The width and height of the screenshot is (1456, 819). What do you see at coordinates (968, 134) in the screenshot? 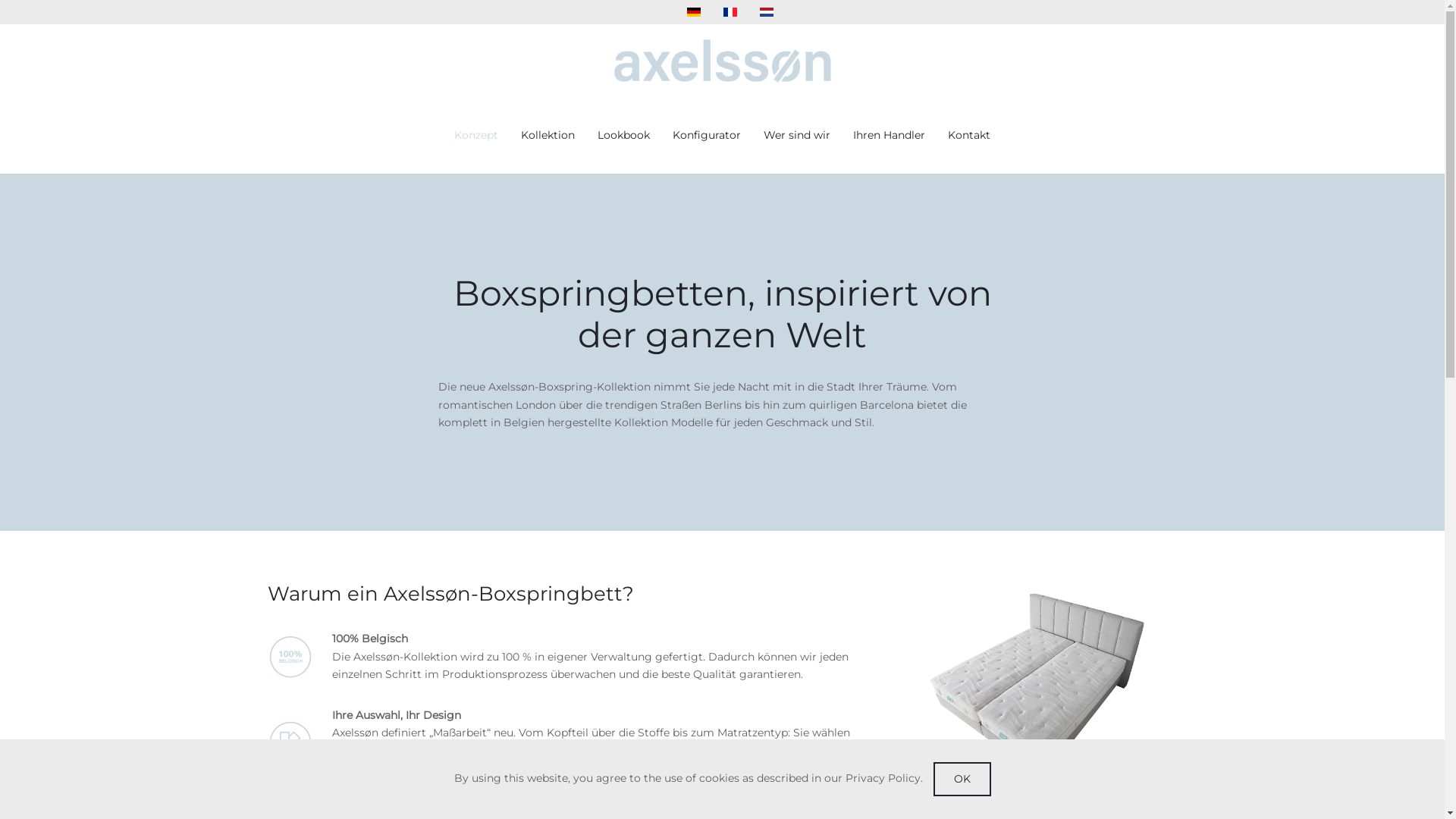
I see `'Kontakt'` at bounding box center [968, 134].